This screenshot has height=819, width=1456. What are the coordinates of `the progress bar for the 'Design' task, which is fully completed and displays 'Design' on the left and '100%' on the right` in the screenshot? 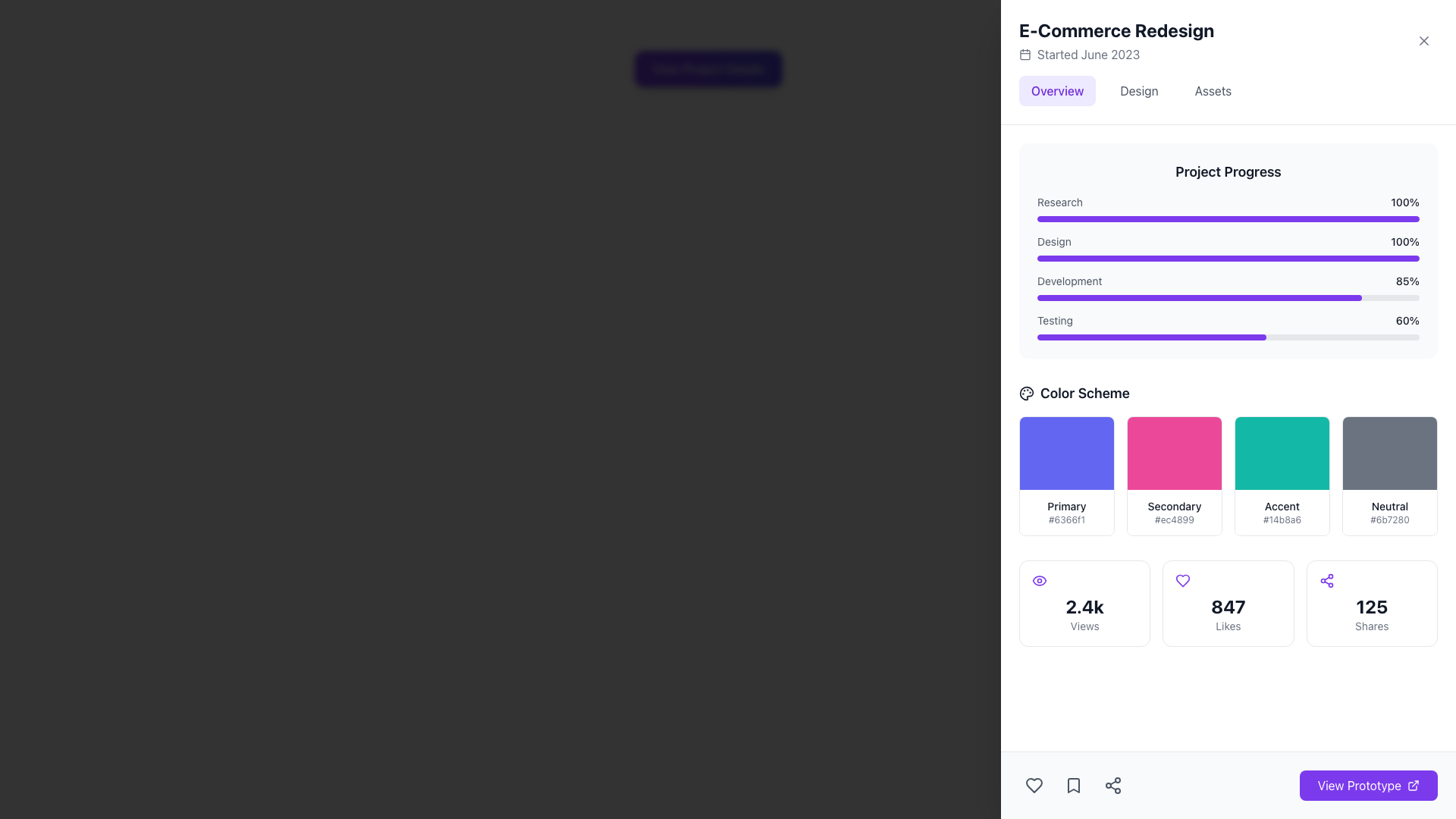 It's located at (1228, 247).